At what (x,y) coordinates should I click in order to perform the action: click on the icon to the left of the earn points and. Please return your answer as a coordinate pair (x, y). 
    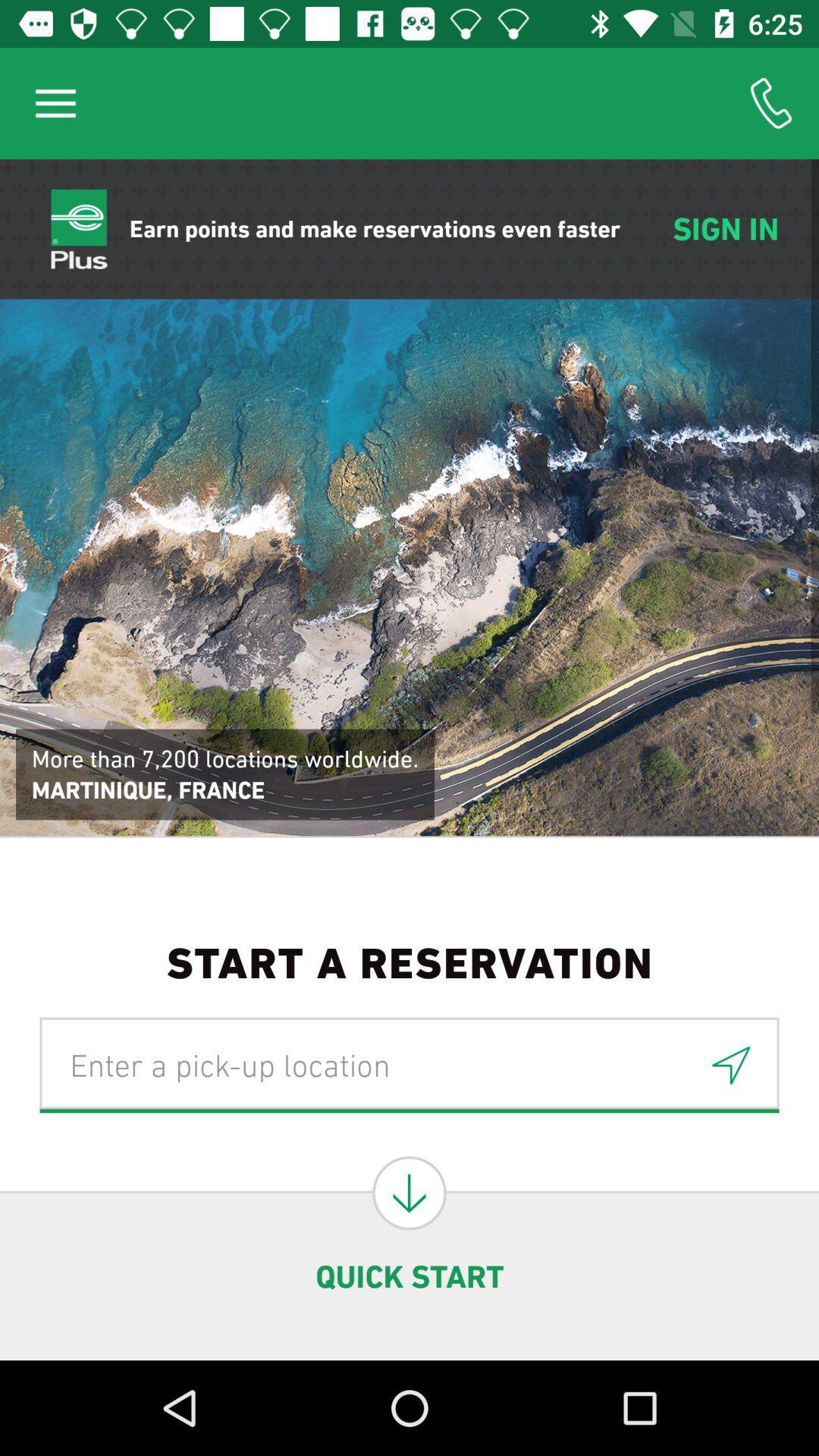
    Looking at the image, I should click on (55, 102).